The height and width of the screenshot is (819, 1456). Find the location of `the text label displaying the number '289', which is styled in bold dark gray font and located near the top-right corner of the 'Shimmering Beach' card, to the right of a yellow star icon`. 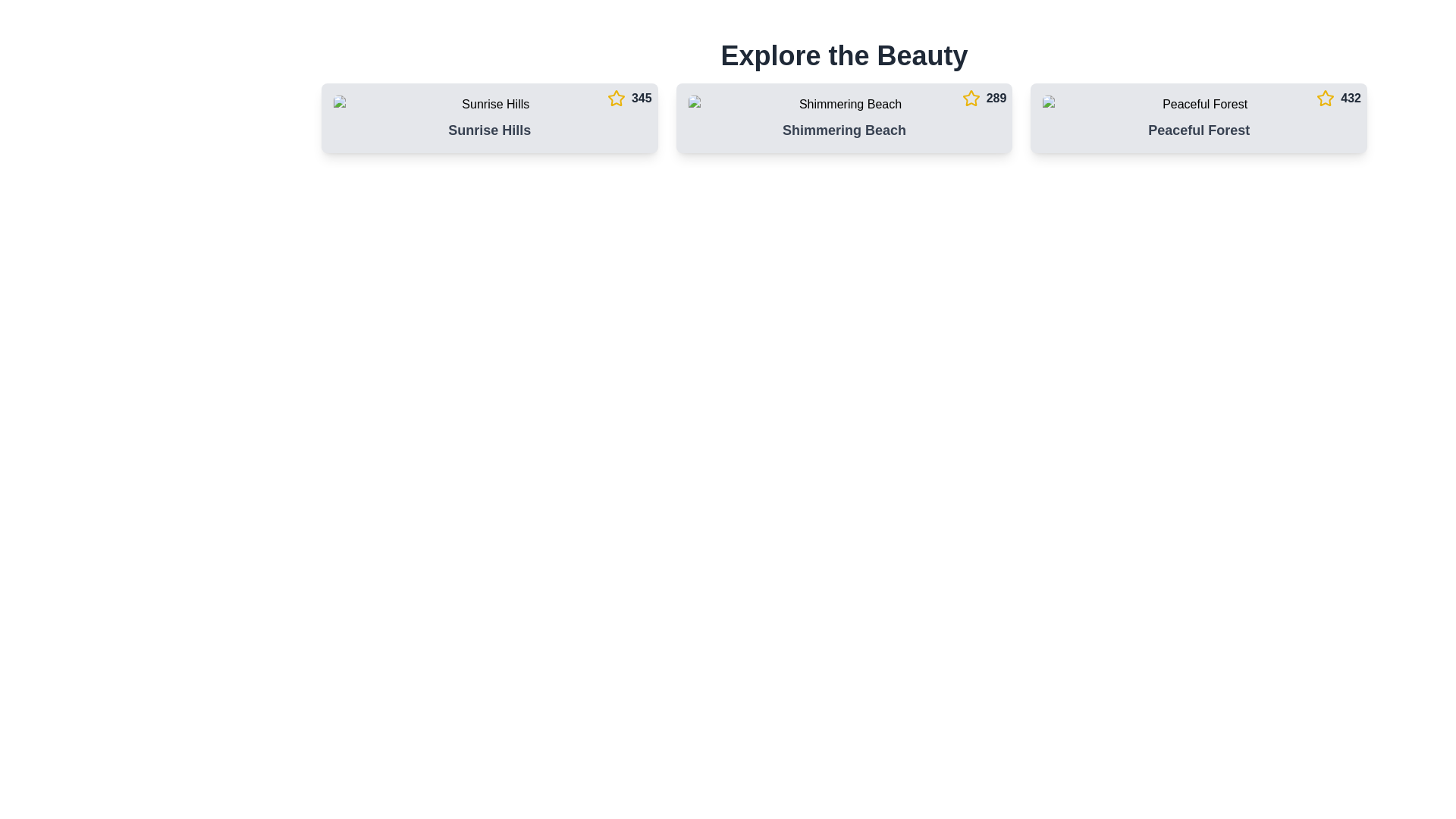

the text label displaying the number '289', which is styled in bold dark gray font and located near the top-right corner of the 'Shimmering Beach' card, to the right of a yellow star icon is located at coordinates (996, 99).